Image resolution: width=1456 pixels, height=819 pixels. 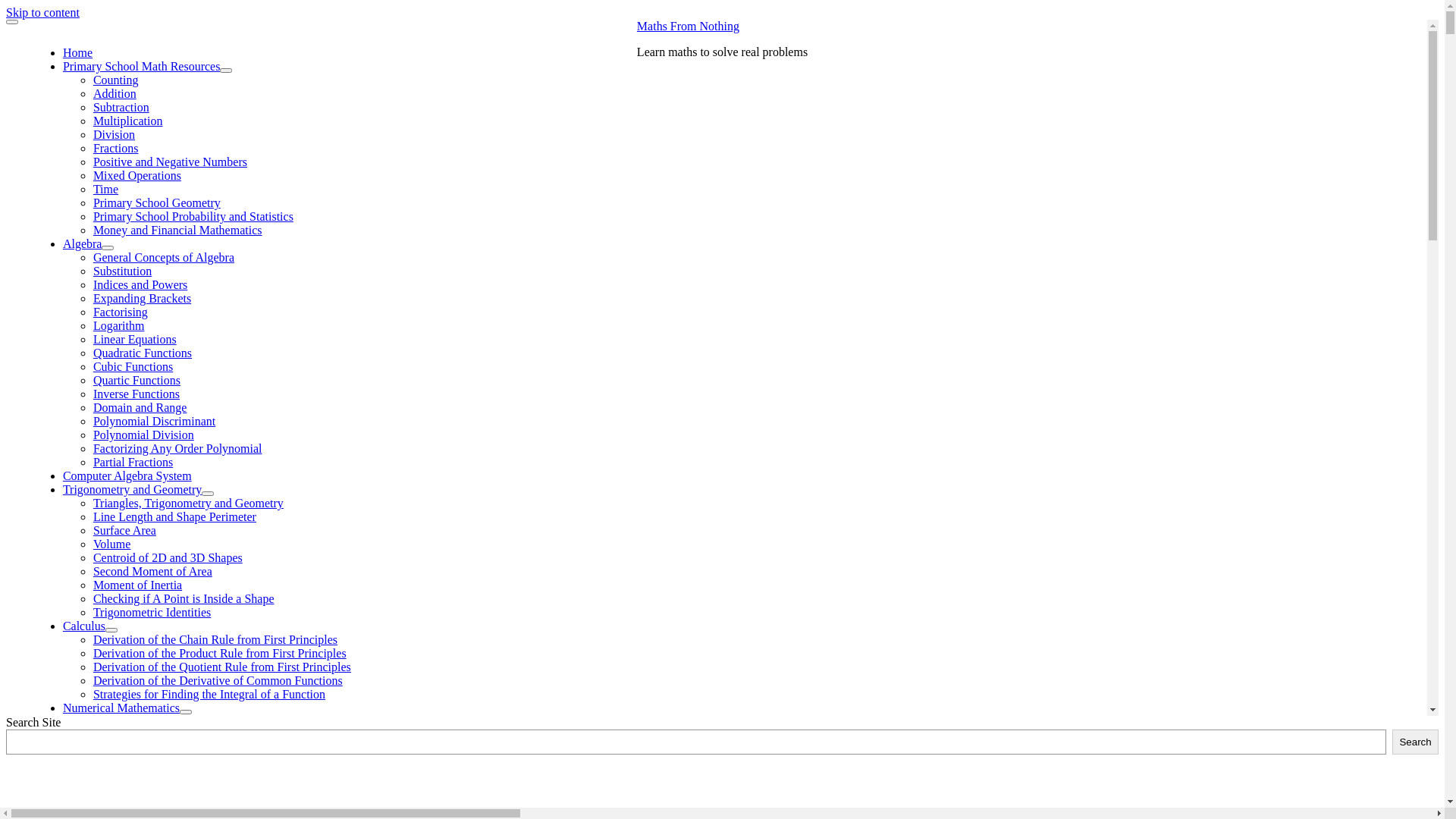 I want to click on 'Centroid of 2D and 3D Shapes', so click(x=168, y=557).